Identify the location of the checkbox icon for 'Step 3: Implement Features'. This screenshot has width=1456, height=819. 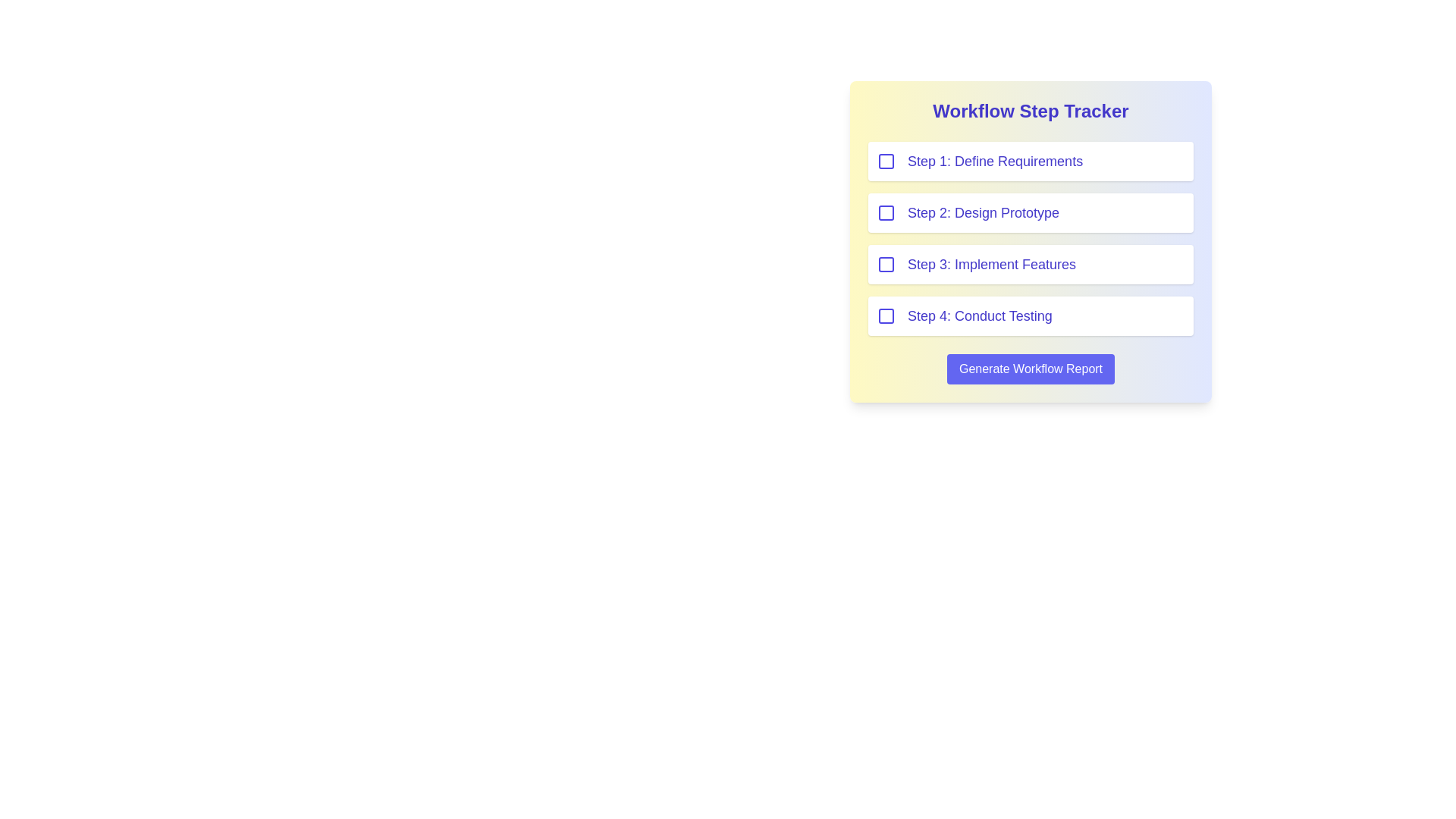
(886, 263).